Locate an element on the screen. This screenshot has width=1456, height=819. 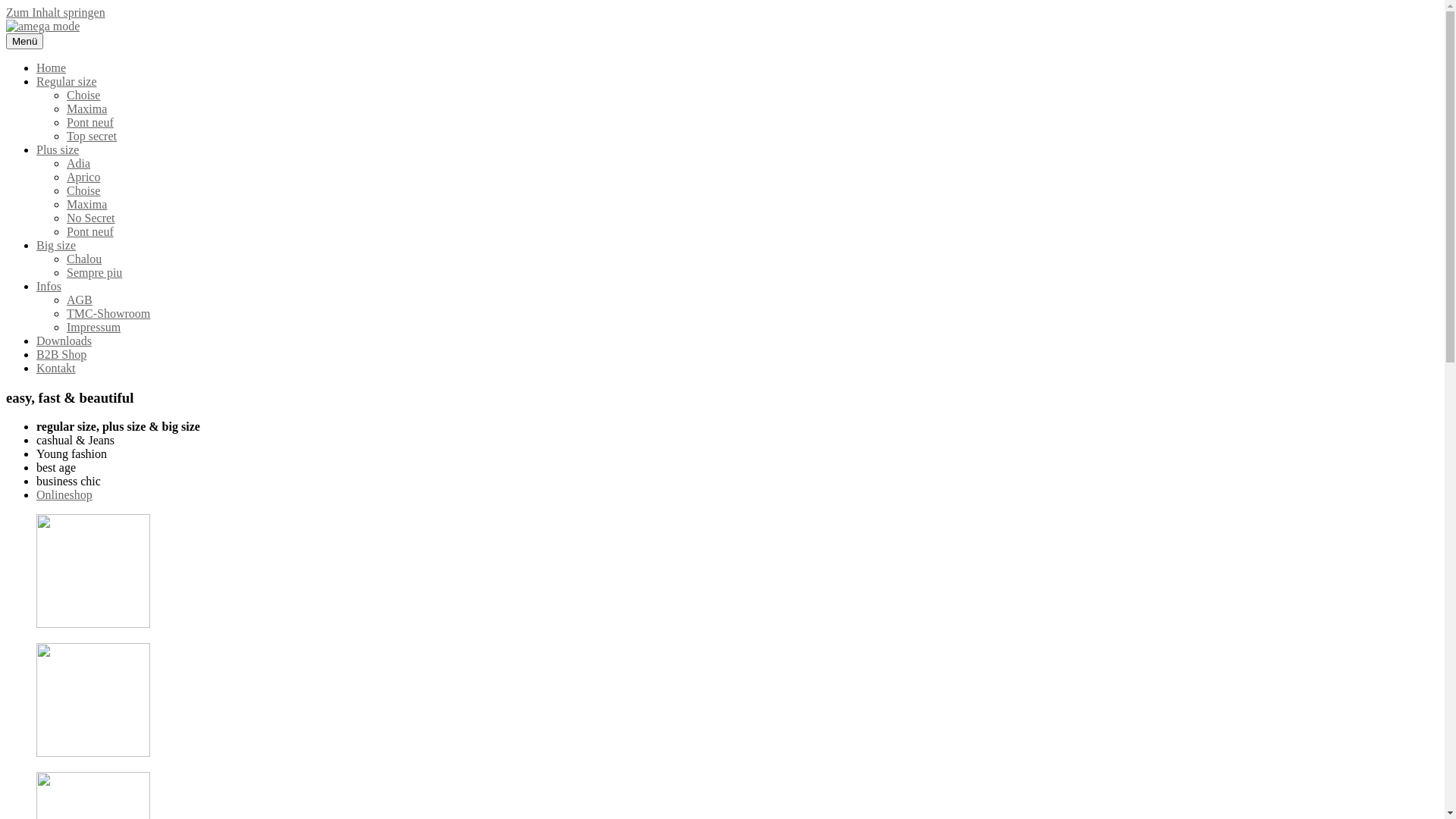
'Pont neuf' is located at coordinates (89, 121).